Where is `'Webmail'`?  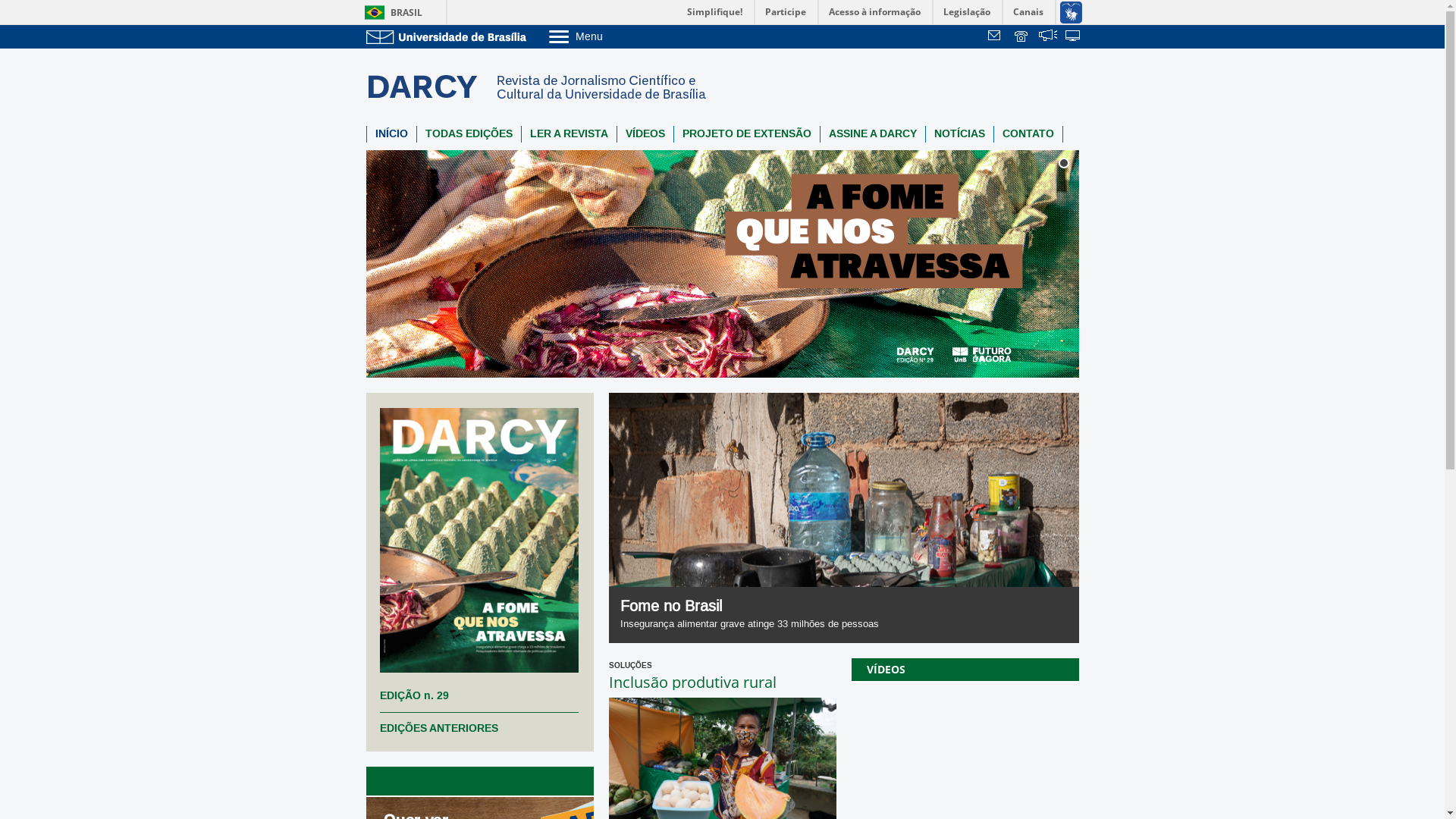
'Webmail' is located at coordinates (996, 36).